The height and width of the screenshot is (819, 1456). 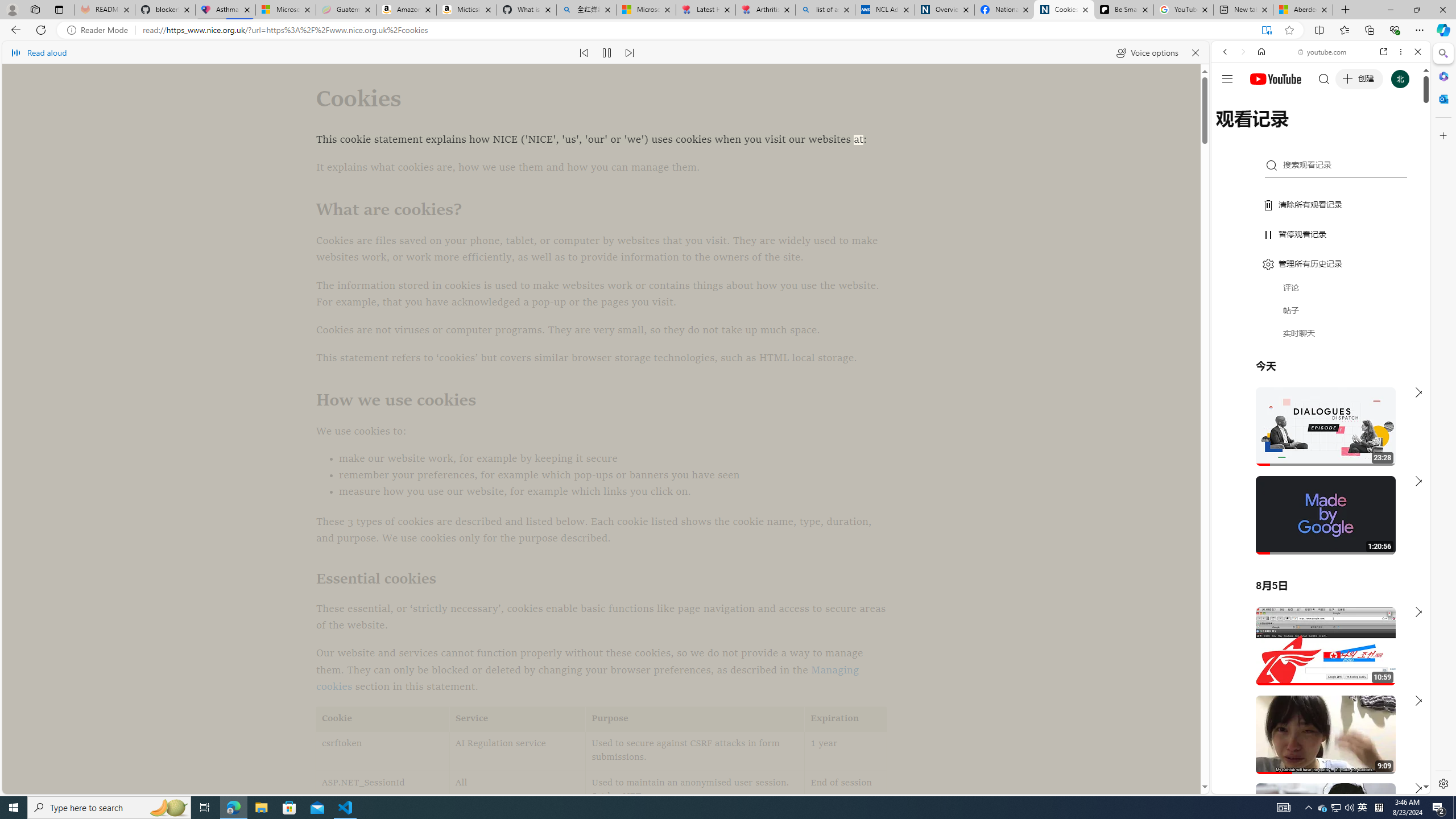 What do you see at coordinates (1316, 560) in the screenshot?
I see `'YouTube - YouTube'` at bounding box center [1316, 560].